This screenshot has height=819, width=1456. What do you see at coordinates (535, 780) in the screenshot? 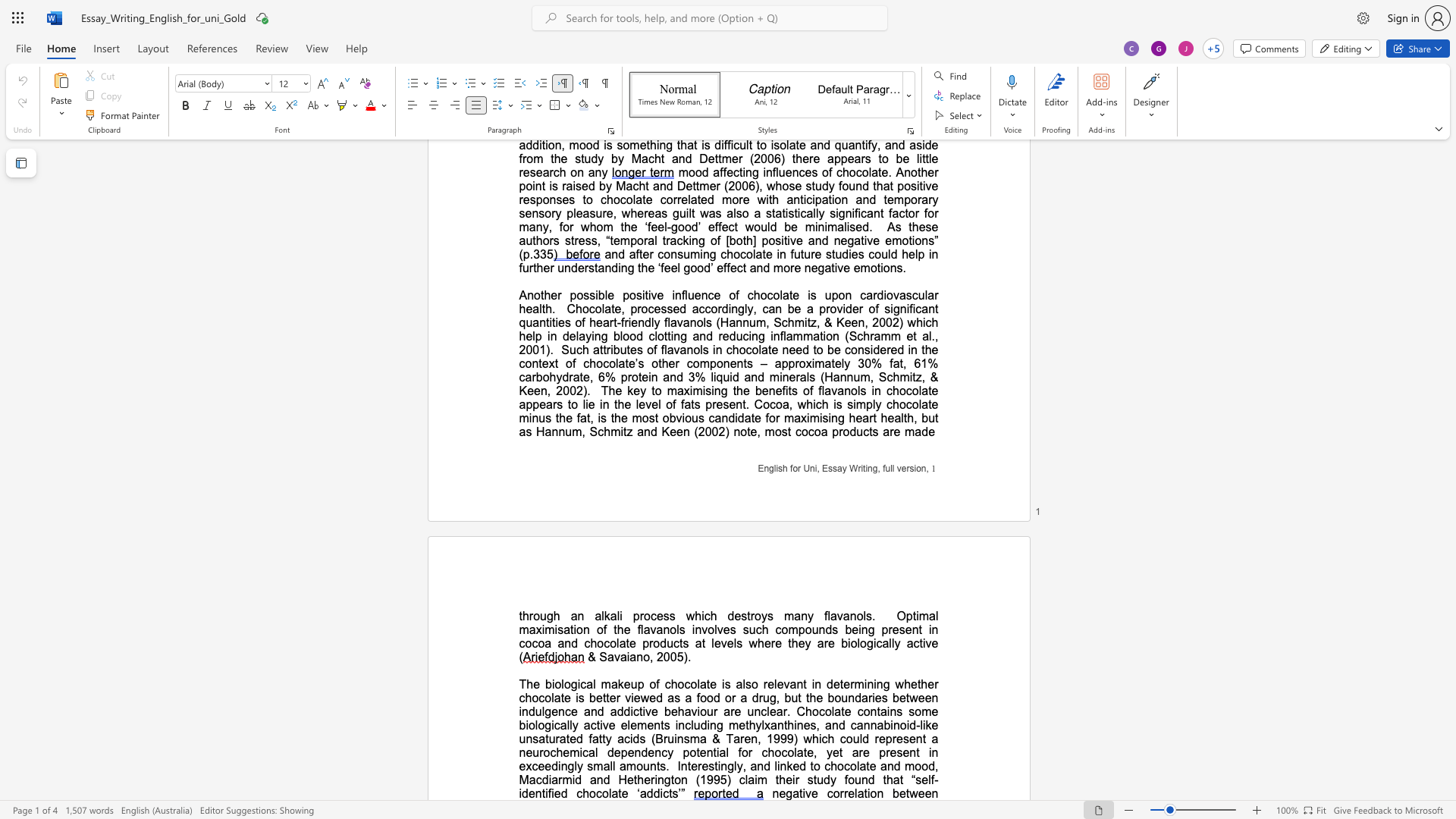
I see `the space between the continuous character "a" and "c" in the text` at bounding box center [535, 780].